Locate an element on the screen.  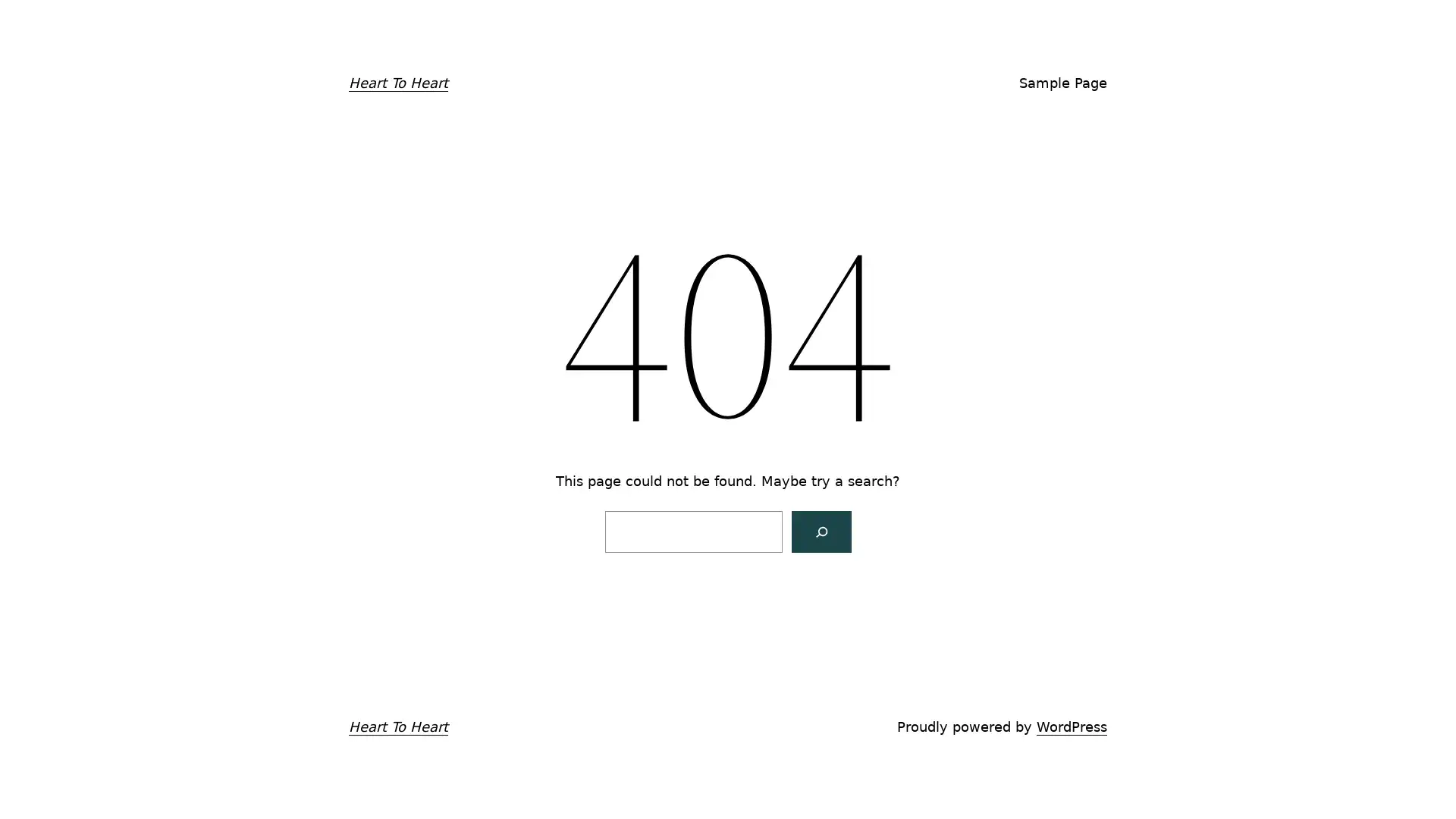
Search is located at coordinates (820, 530).